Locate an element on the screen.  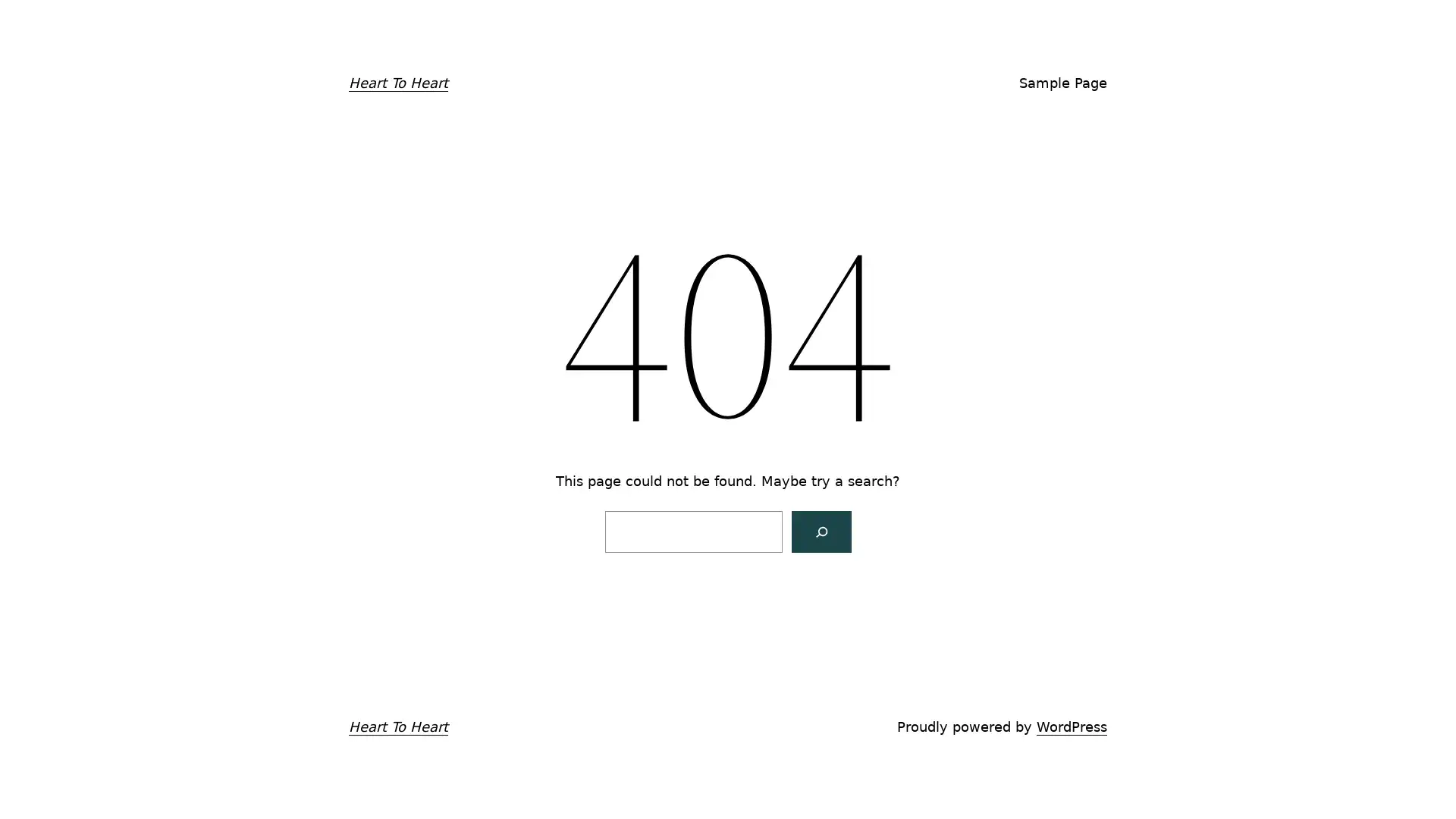
Search is located at coordinates (820, 530).